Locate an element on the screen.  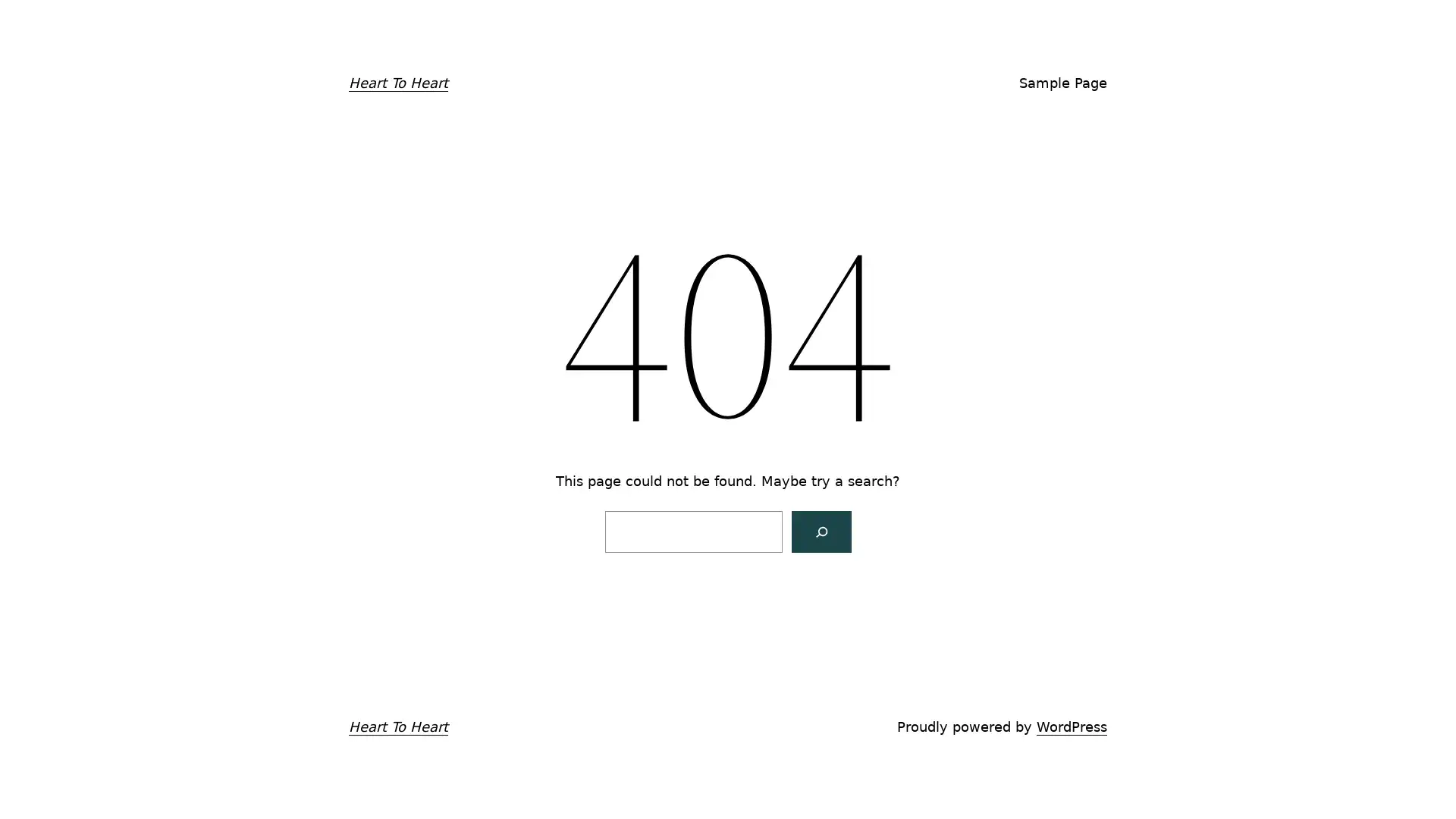
Search is located at coordinates (820, 530).